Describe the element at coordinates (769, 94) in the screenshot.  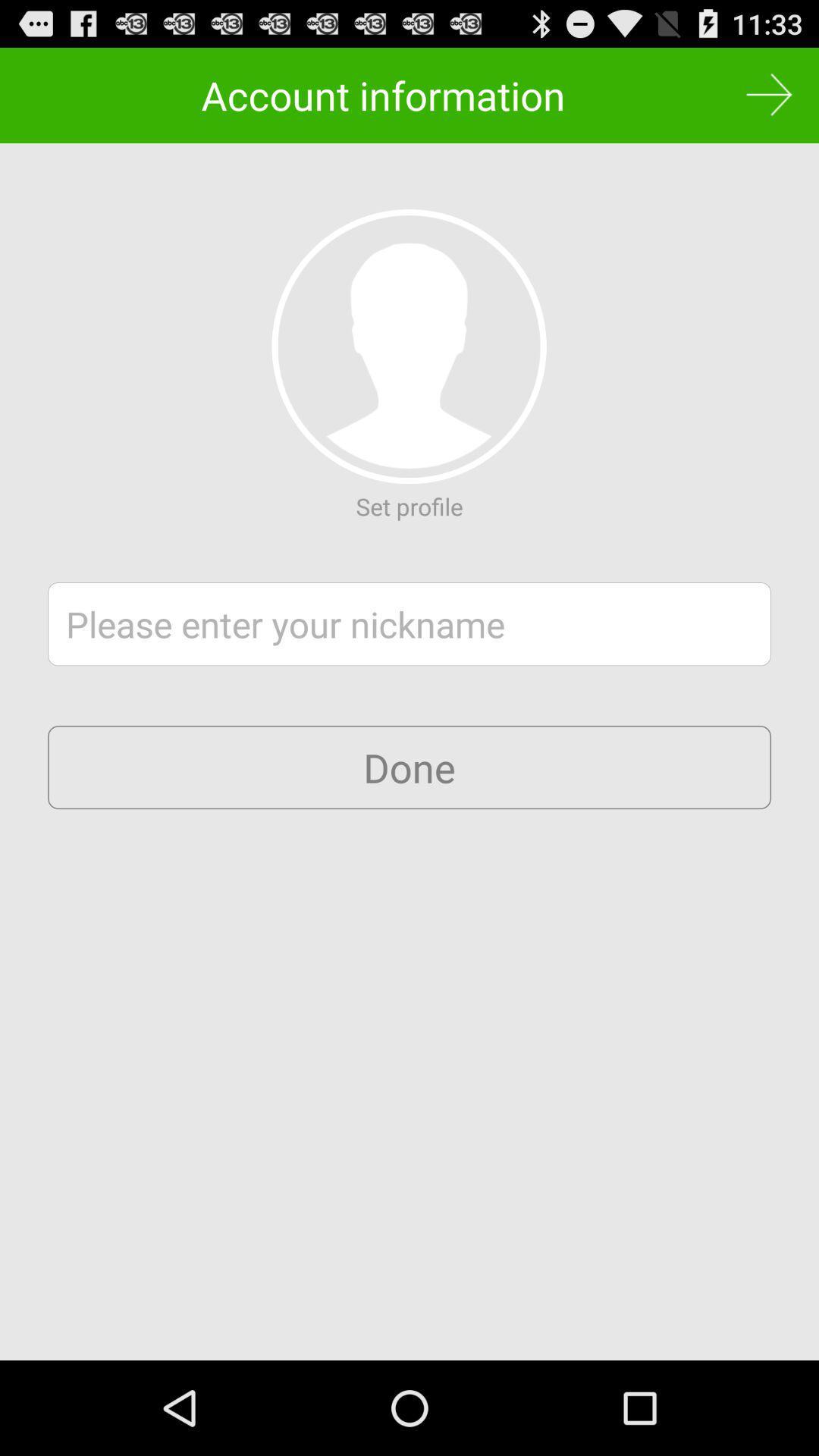
I see `next page` at that location.